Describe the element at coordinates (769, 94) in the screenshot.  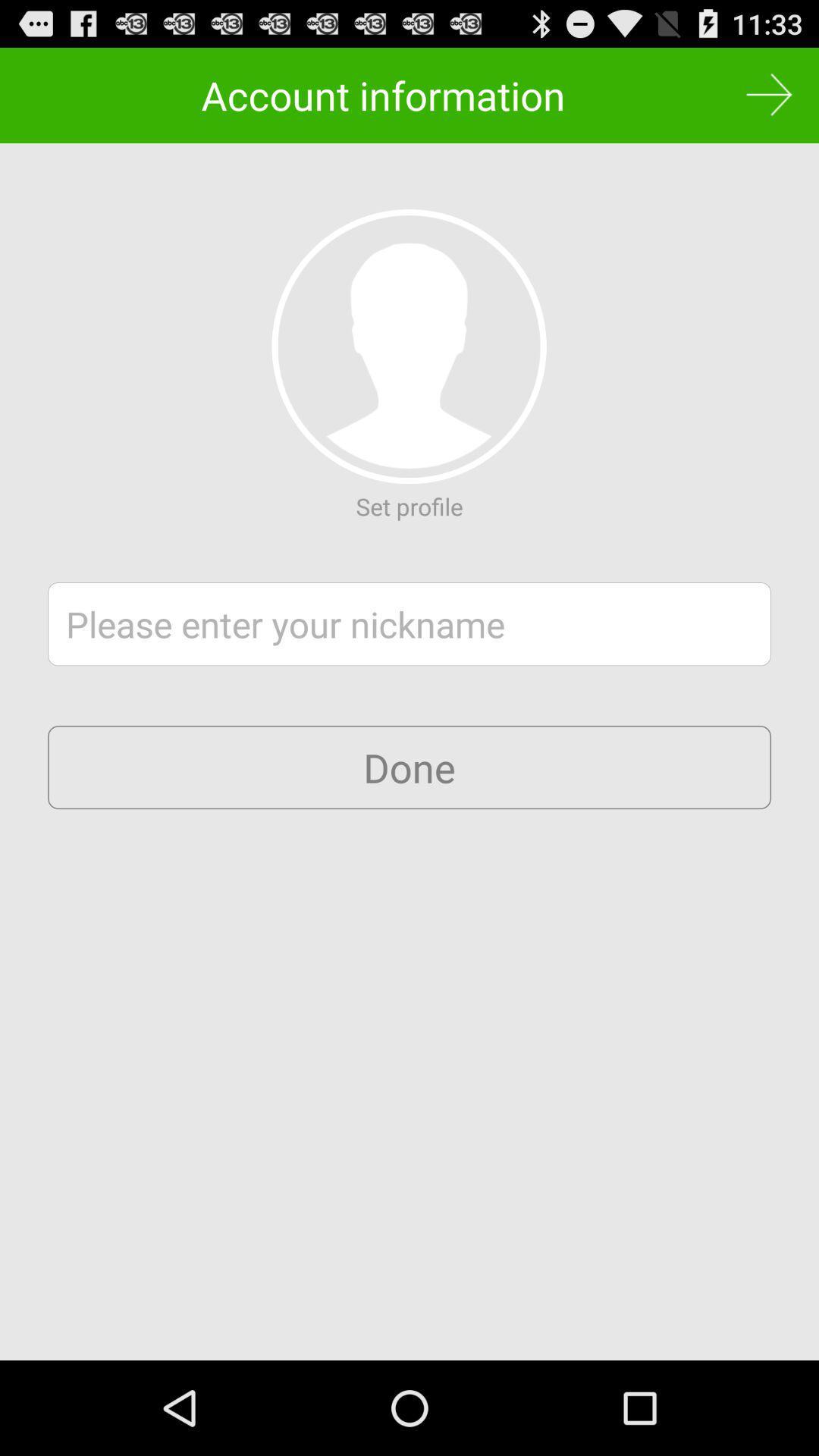
I see `next page` at that location.